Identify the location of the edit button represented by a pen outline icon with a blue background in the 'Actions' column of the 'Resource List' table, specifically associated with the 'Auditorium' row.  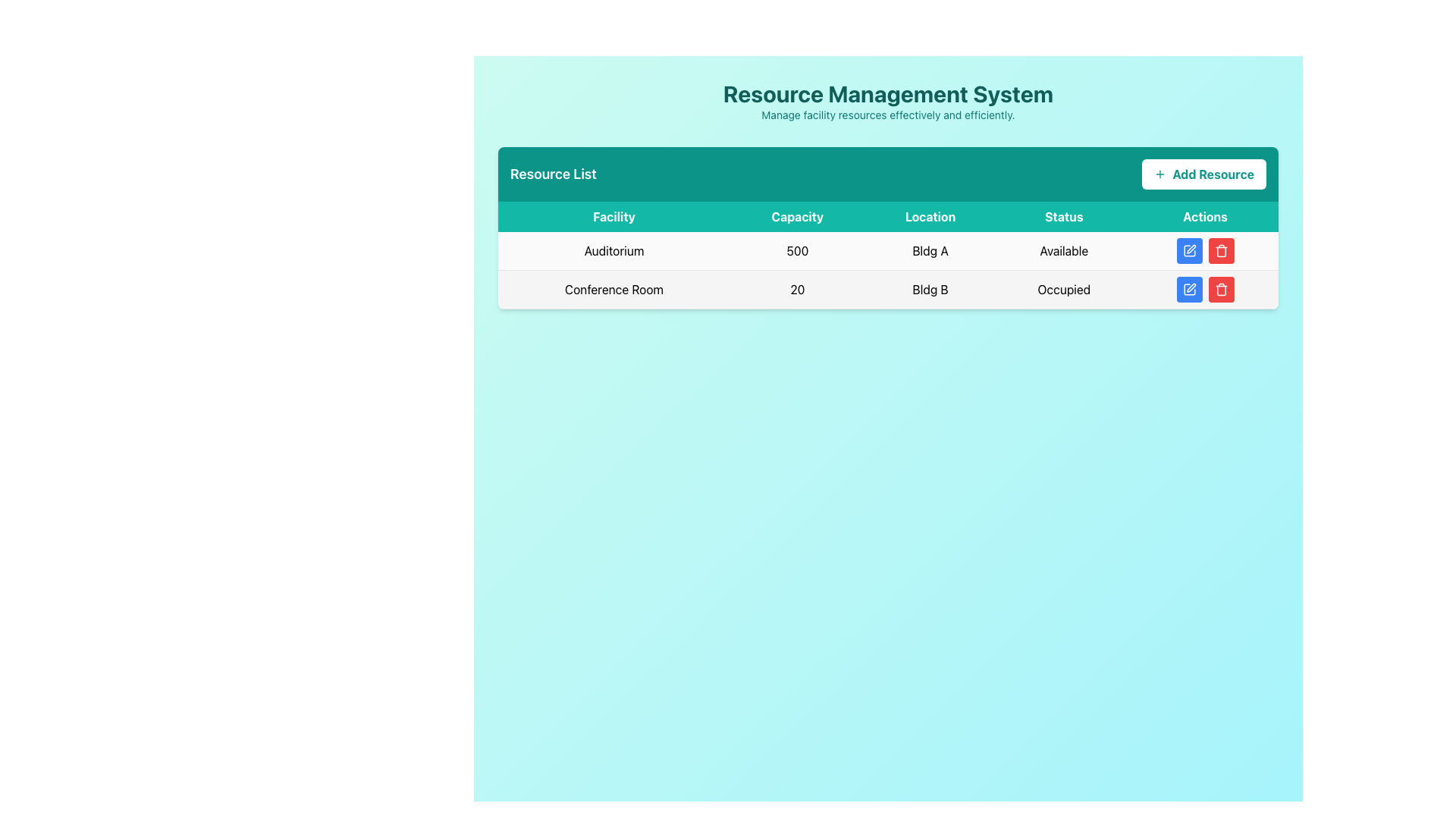
(1188, 250).